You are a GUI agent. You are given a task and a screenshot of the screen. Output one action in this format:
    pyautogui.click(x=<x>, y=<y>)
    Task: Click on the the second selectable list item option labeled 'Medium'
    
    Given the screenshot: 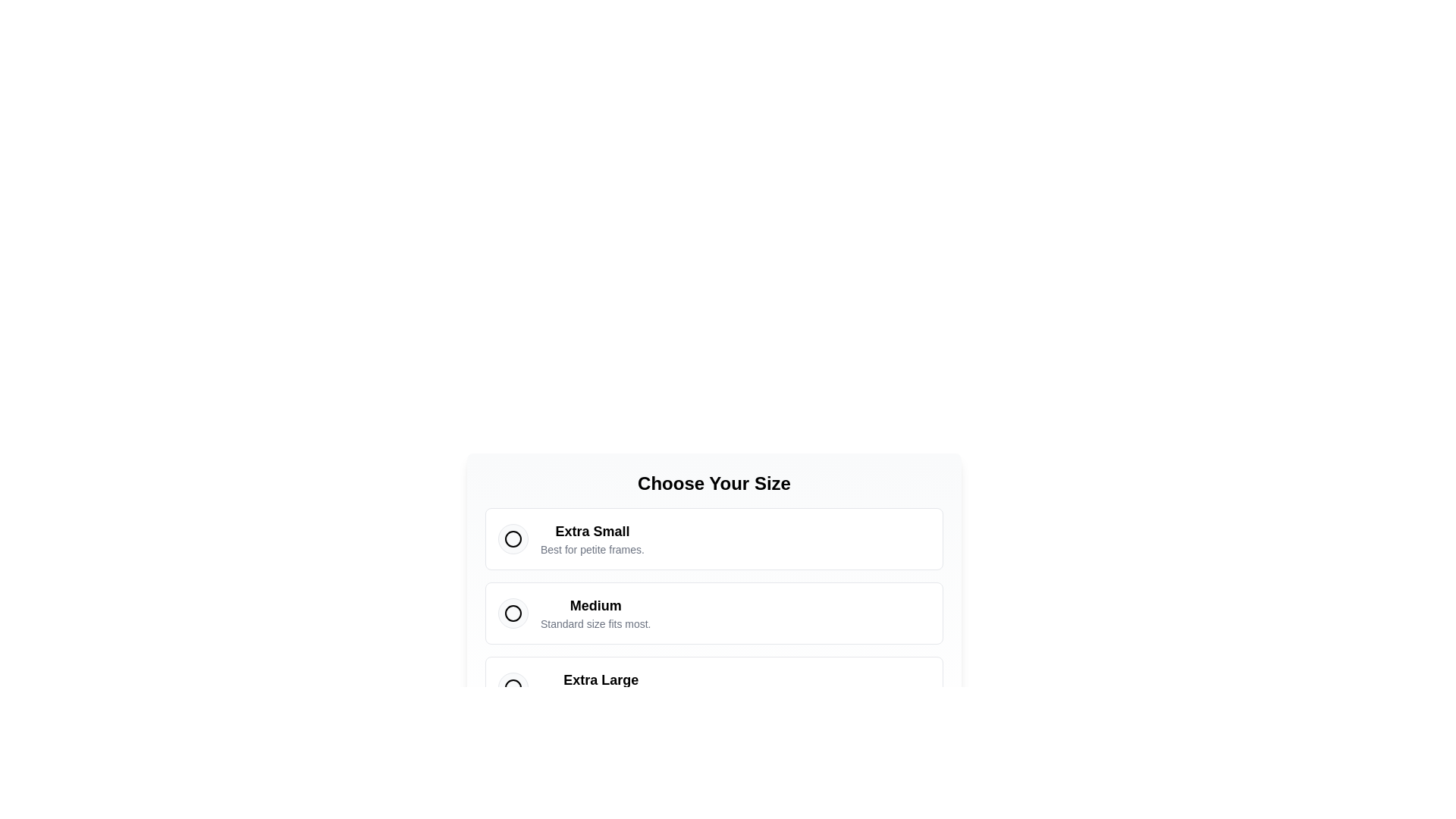 What is the action you would take?
    pyautogui.click(x=713, y=595)
    